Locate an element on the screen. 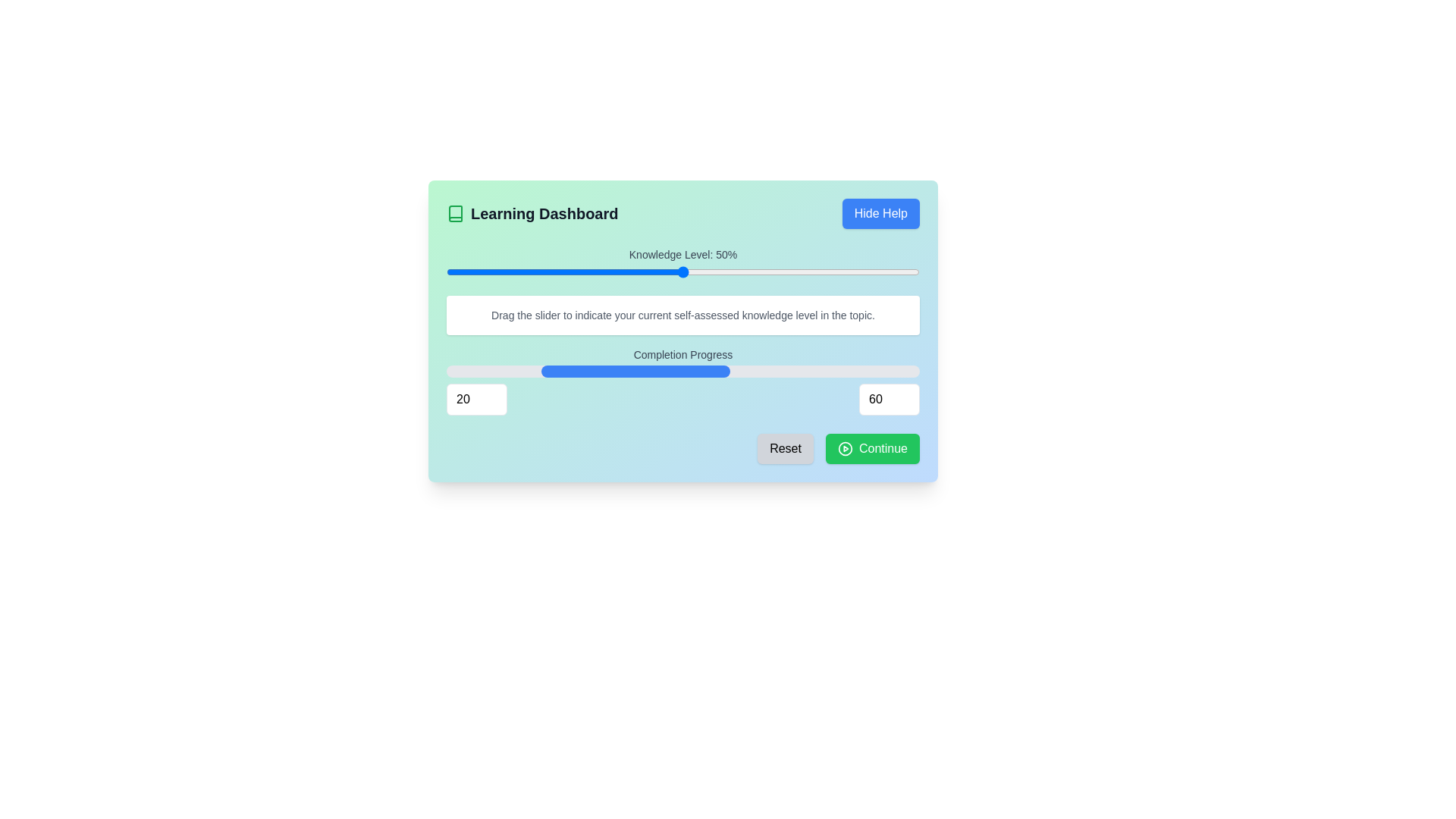 This screenshot has width=1456, height=819. the circular play icon, which features a white triangular play symbol on a green background, located on the bottom-right corner of the dialog, next to the 'Continue' label is located at coordinates (844, 447).